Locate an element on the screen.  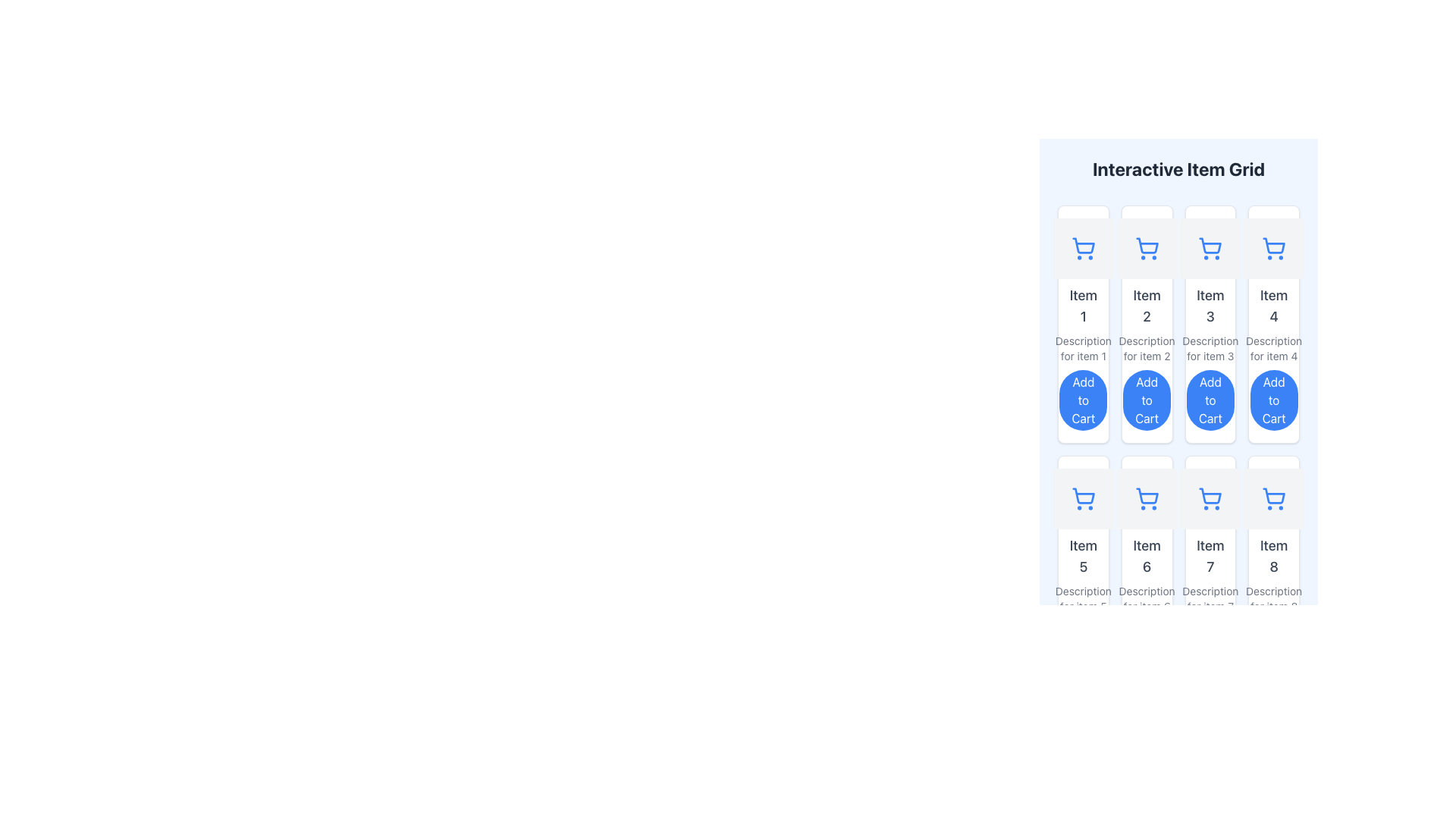
the textual component displaying 'Description for item 6' in small gray font, located below the title 'Item 6' and above the 'Add to Cart' button on the sixth item card is located at coordinates (1147, 598).